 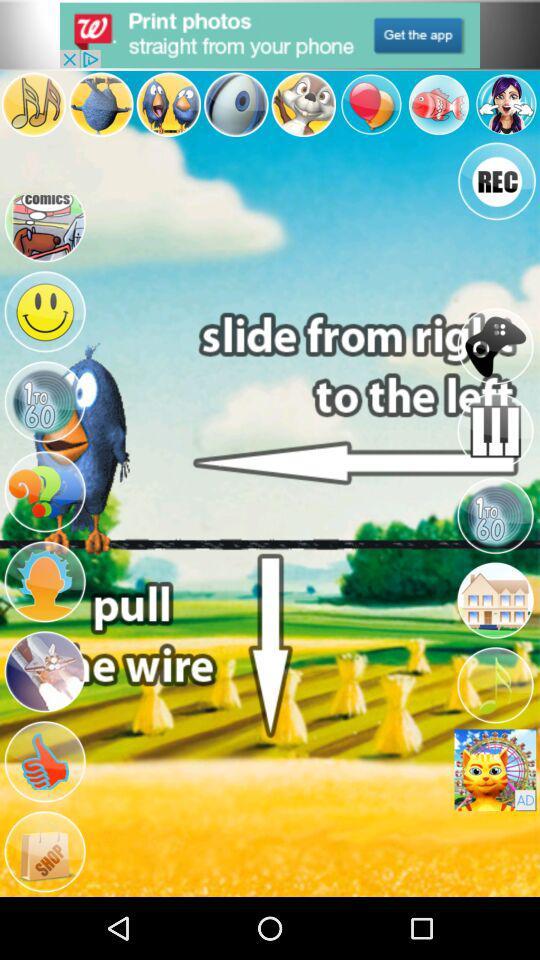 What do you see at coordinates (370, 104) in the screenshot?
I see `go the icon which is in the first line sixth icon` at bounding box center [370, 104].